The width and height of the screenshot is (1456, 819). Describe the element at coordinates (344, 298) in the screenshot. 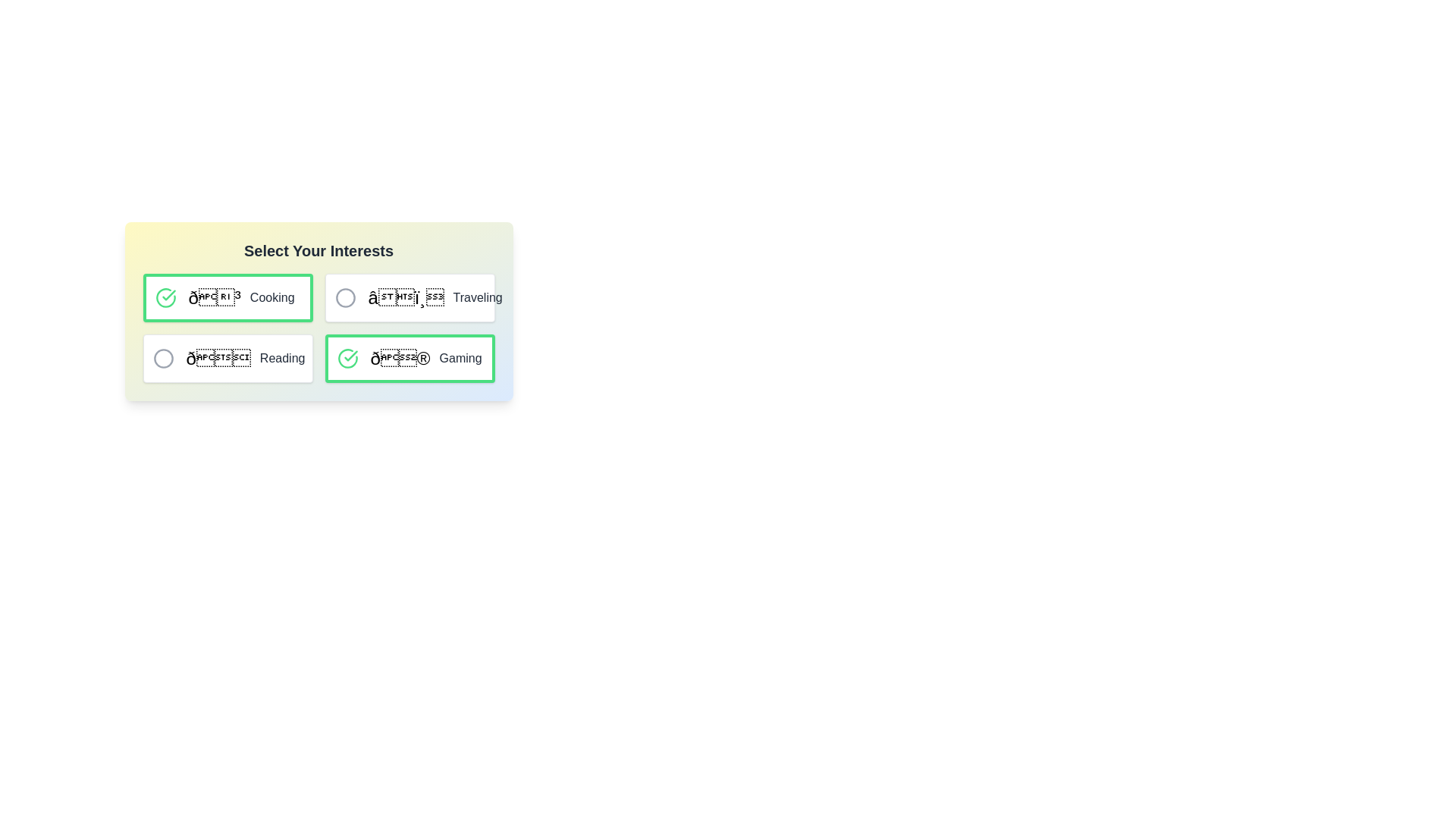

I see `the interest Traveling` at that location.